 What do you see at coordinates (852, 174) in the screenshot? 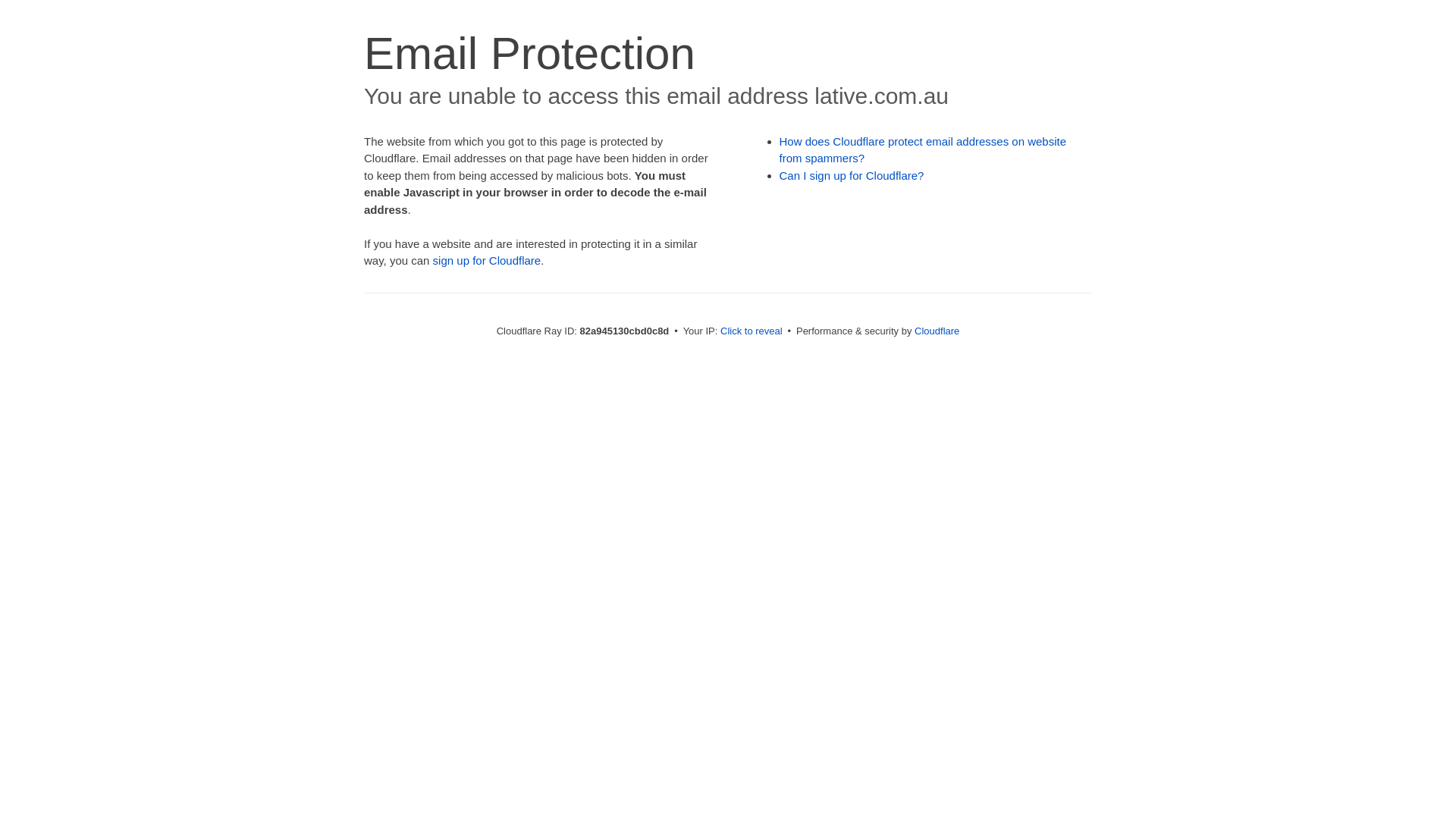
I see `'Can I sign up for Cloudflare?'` at bounding box center [852, 174].